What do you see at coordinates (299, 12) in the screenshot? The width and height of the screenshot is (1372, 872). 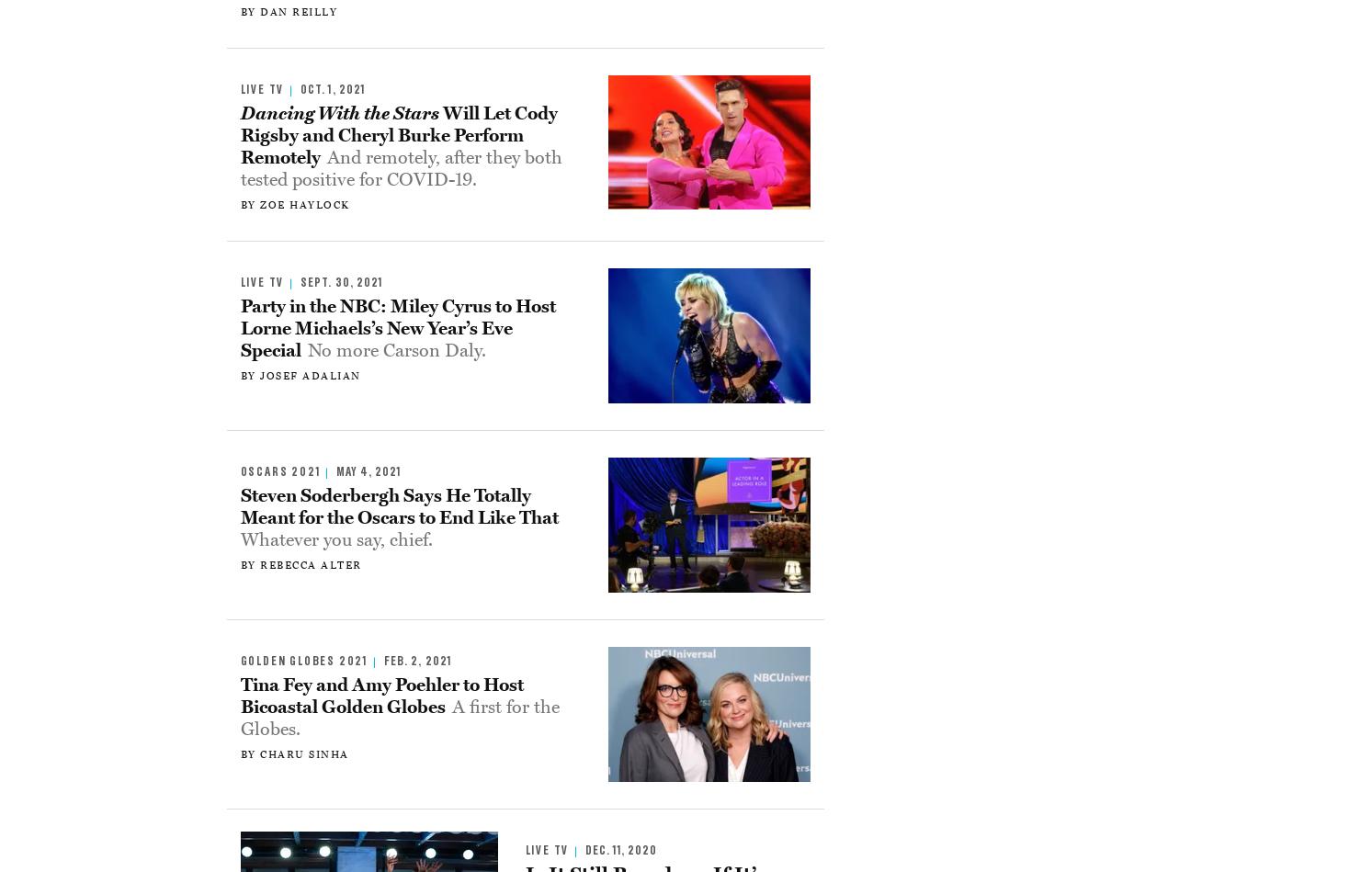 I see `'Dan Reilly'` at bounding box center [299, 12].